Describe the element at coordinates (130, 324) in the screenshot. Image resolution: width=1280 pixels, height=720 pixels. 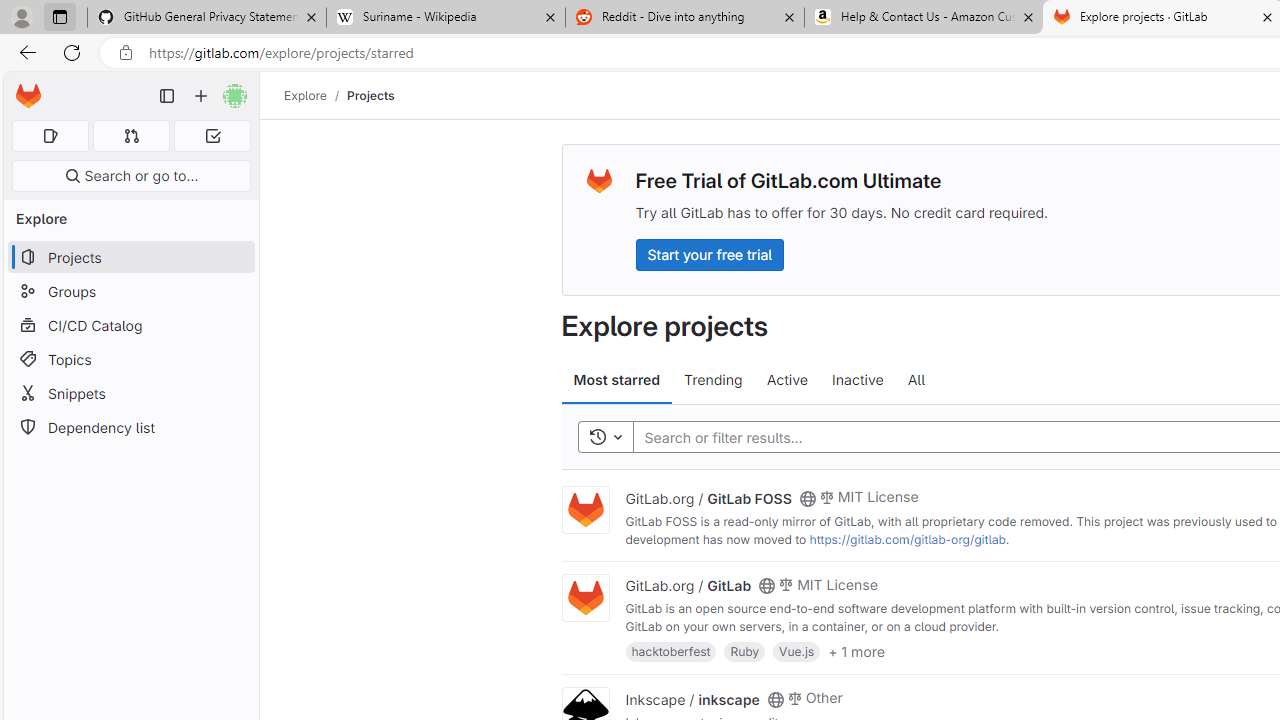
I see `'CI/CD Catalog'` at that location.